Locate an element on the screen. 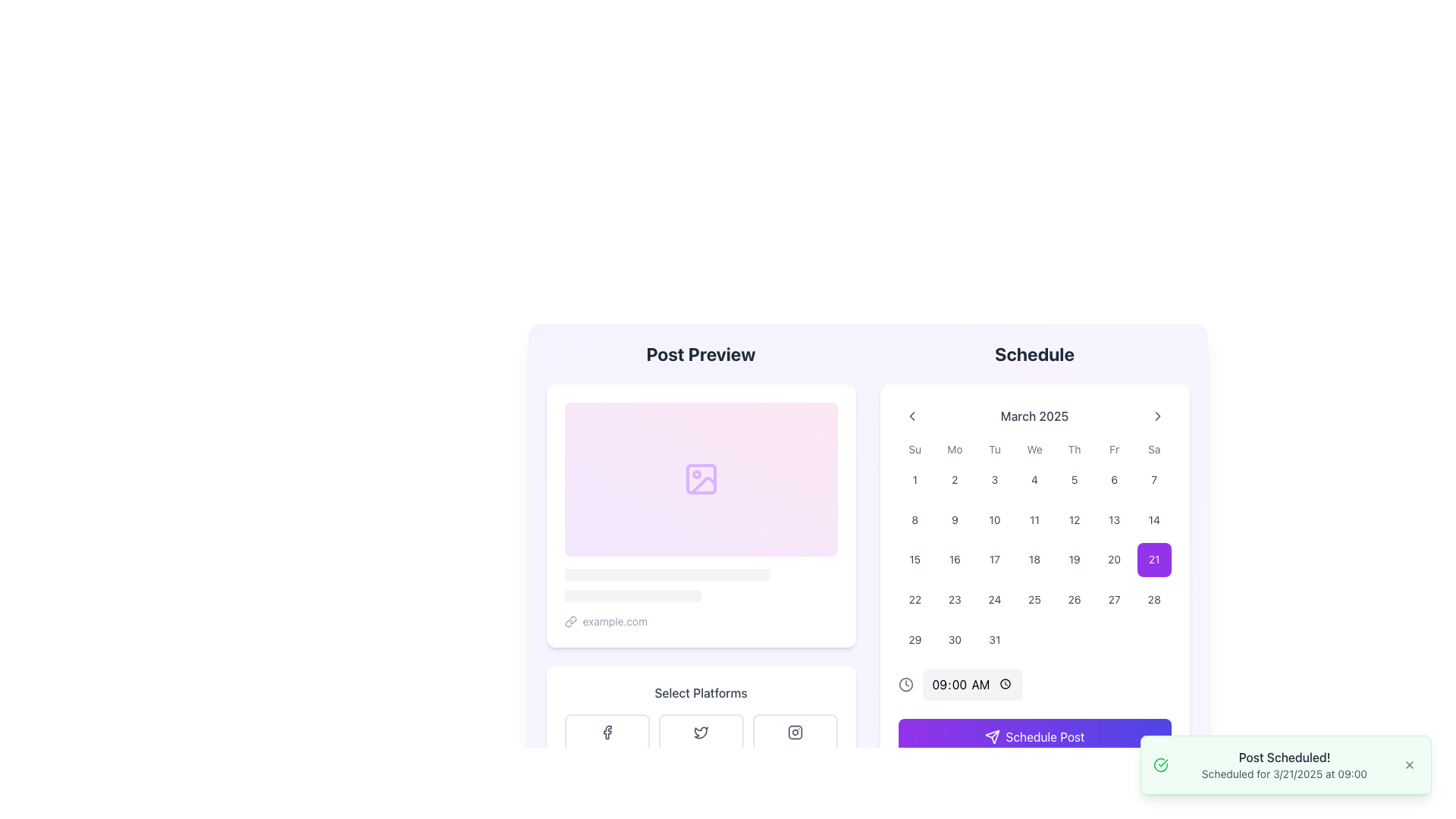  SVG Circle that visually represents the outer circular boundary of the clock icon located next to the time '09:00 AM' in the Schedule section is located at coordinates (905, 684).